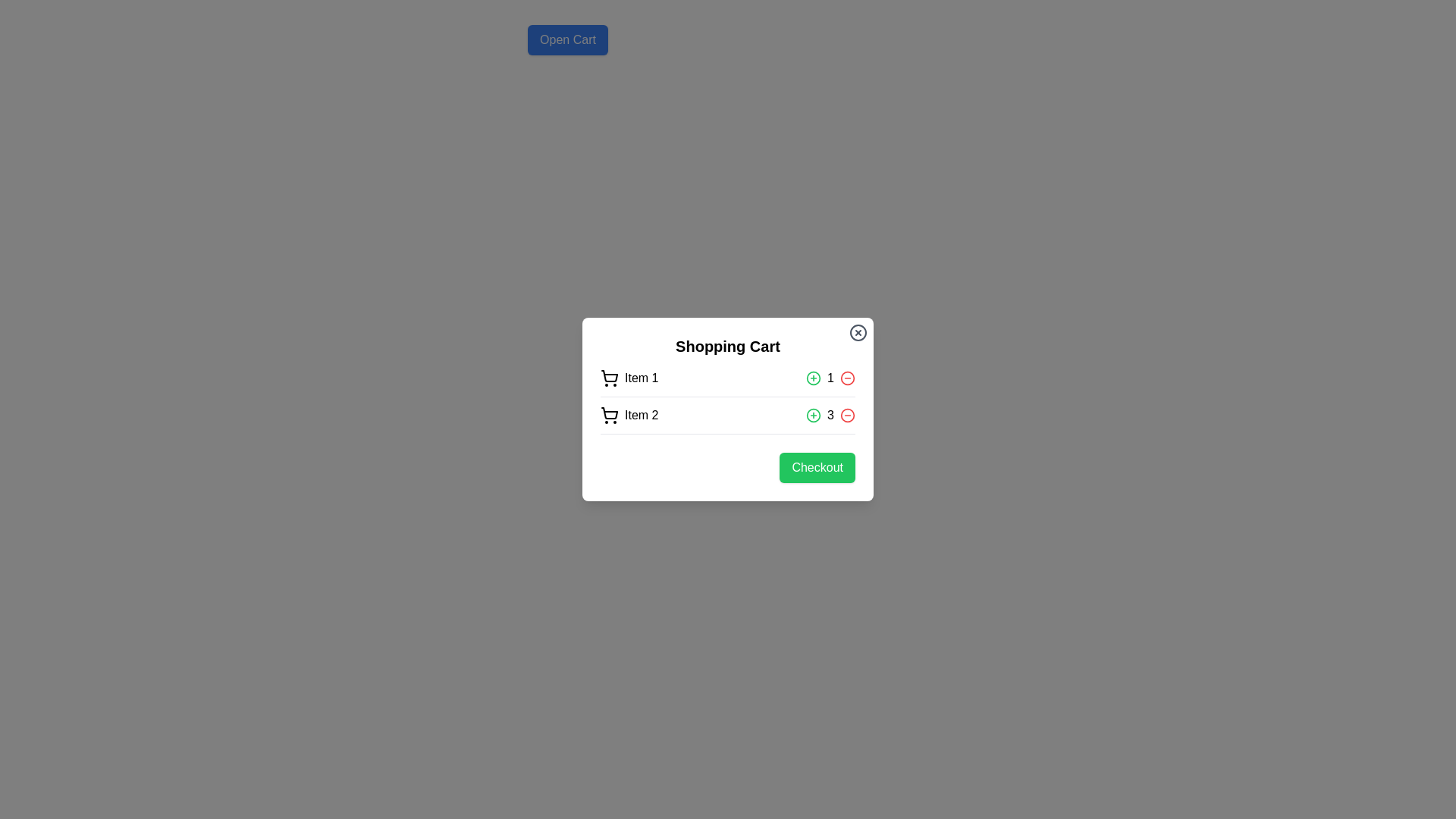 This screenshot has width=1456, height=819. I want to click on the bold text labeled 'Shopping Cart' which is located at the top center of a white rounded-corner card interface, so click(728, 346).